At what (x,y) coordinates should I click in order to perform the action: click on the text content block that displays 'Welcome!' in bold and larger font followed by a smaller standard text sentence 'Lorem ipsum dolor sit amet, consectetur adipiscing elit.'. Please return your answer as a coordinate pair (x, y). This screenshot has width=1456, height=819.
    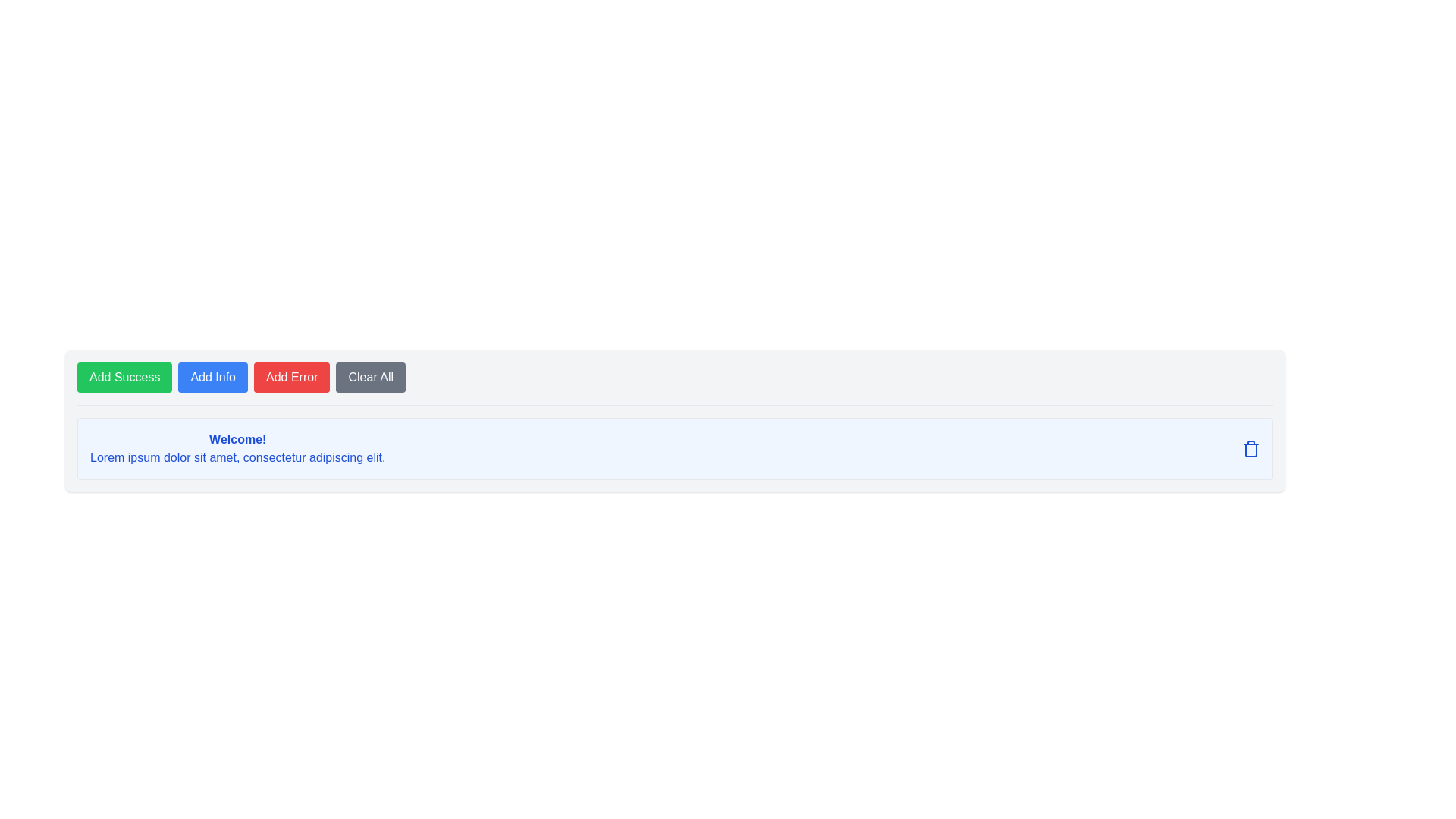
    Looking at the image, I should click on (237, 447).